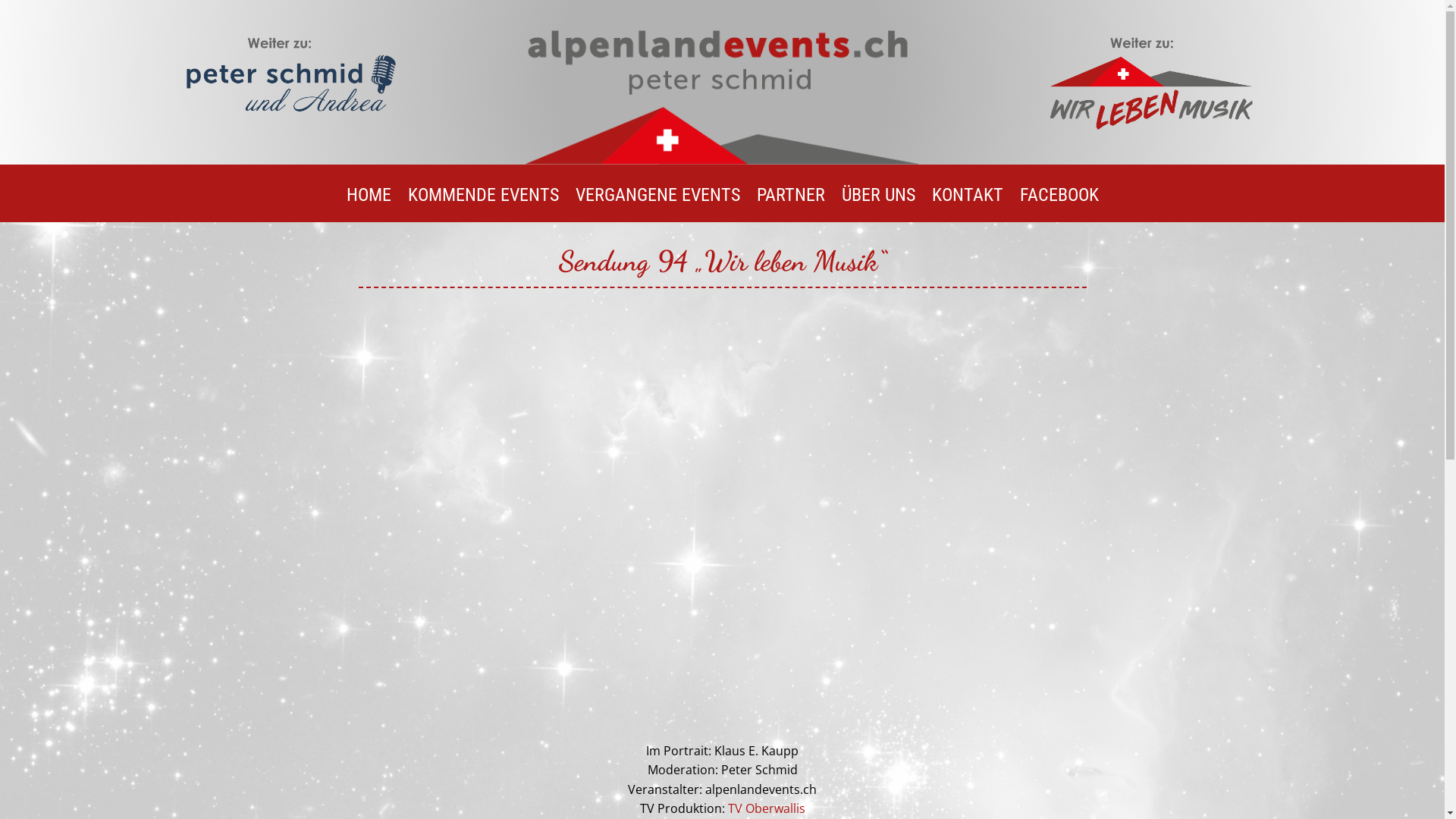 This screenshot has height=819, width=1456. Describe the element at coordinates (966, 206) in the screenshot. I see `'KONTAKT'` at that location.